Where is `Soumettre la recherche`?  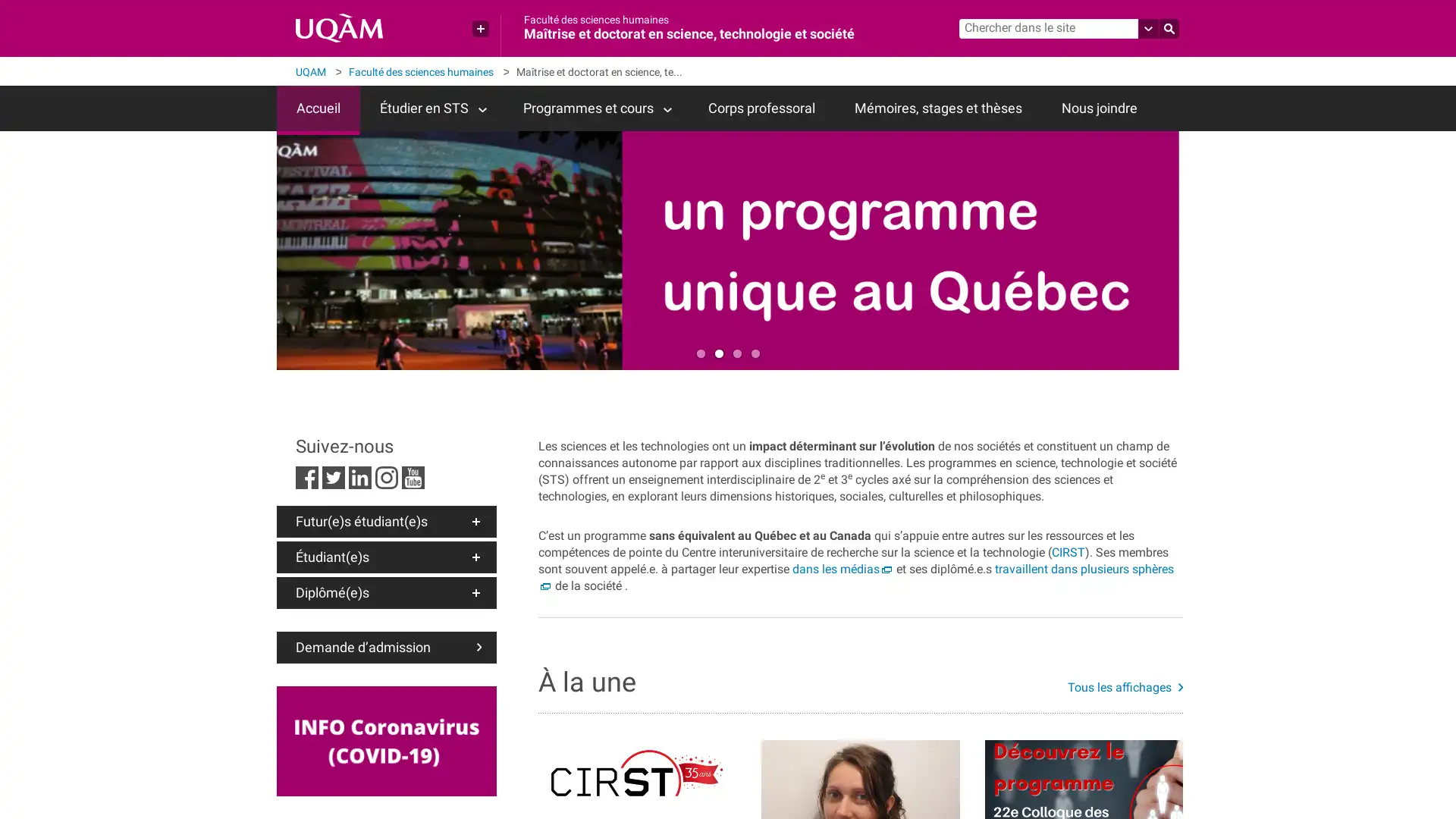 Soumettre la recherche is located at coordinates (1168, 29).